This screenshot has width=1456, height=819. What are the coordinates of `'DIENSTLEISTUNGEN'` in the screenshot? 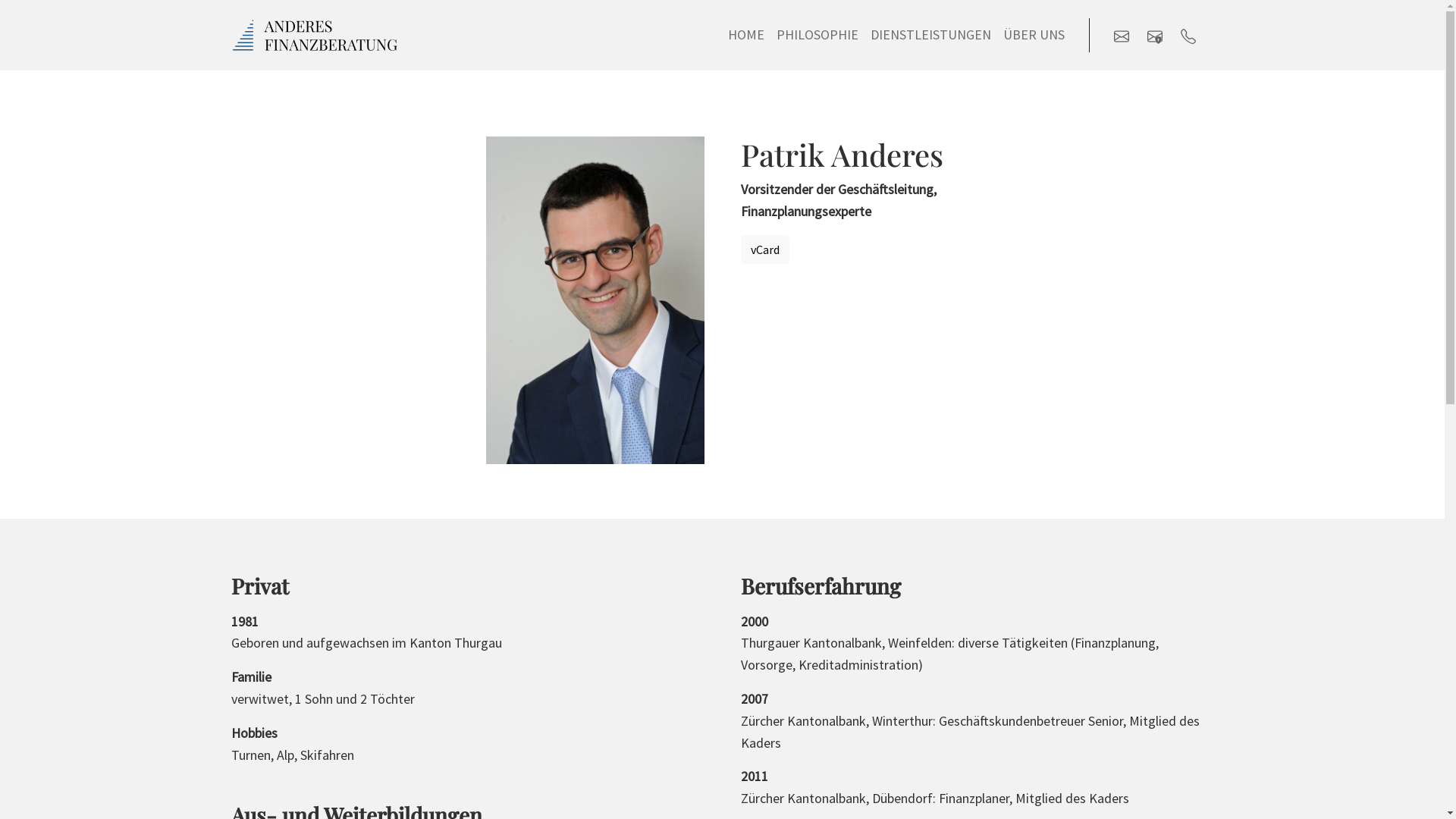 It's located at (864, 34).